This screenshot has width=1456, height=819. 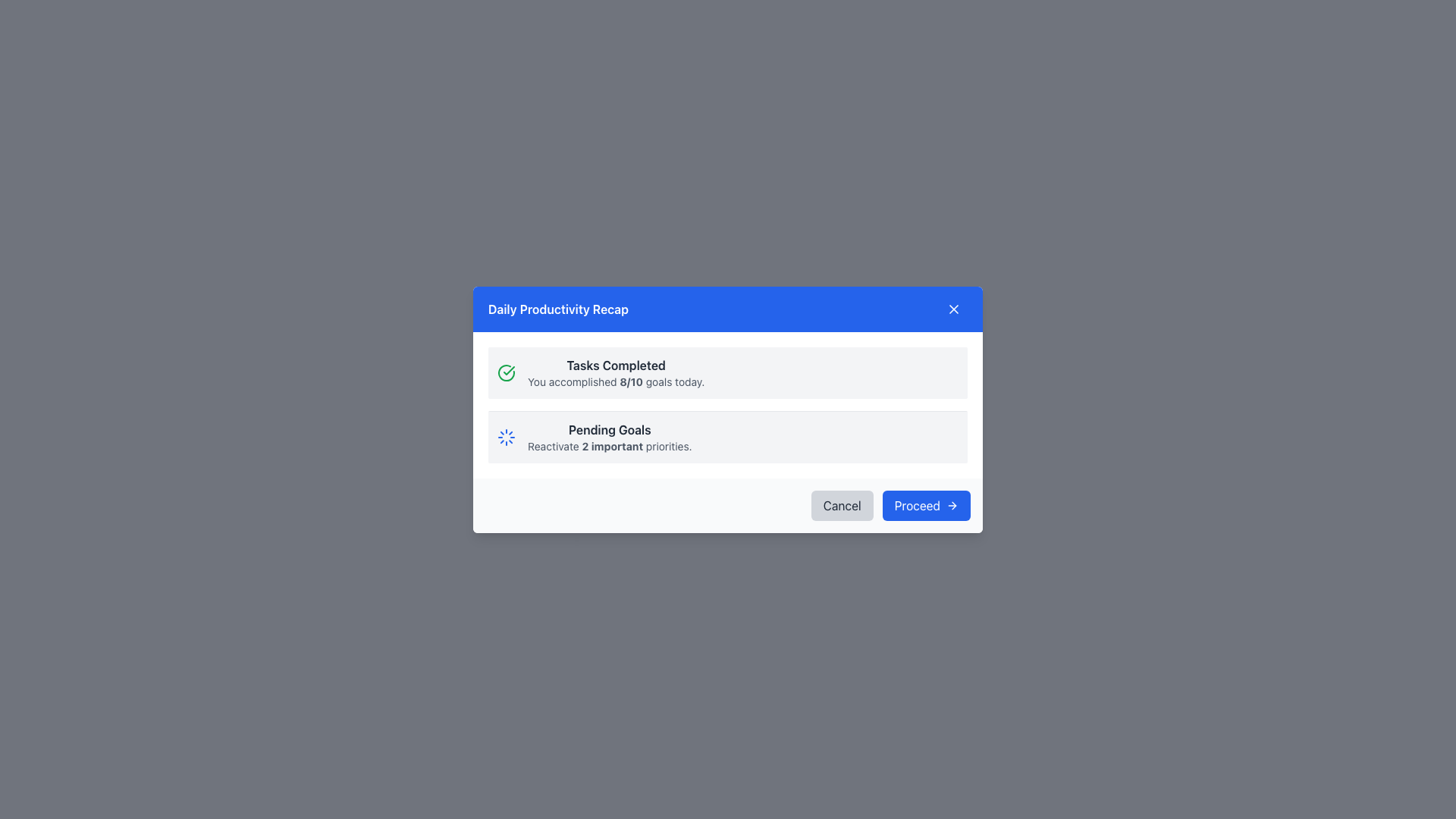 What do you see at coordinates (557, 308) in the screenshot?
I see `the text label displaying 'Daily Productivity Recap' which is styled with a white font color and positioned at the top-left side of the blue background bar in the modal interface` at bounding box center [557, 308].